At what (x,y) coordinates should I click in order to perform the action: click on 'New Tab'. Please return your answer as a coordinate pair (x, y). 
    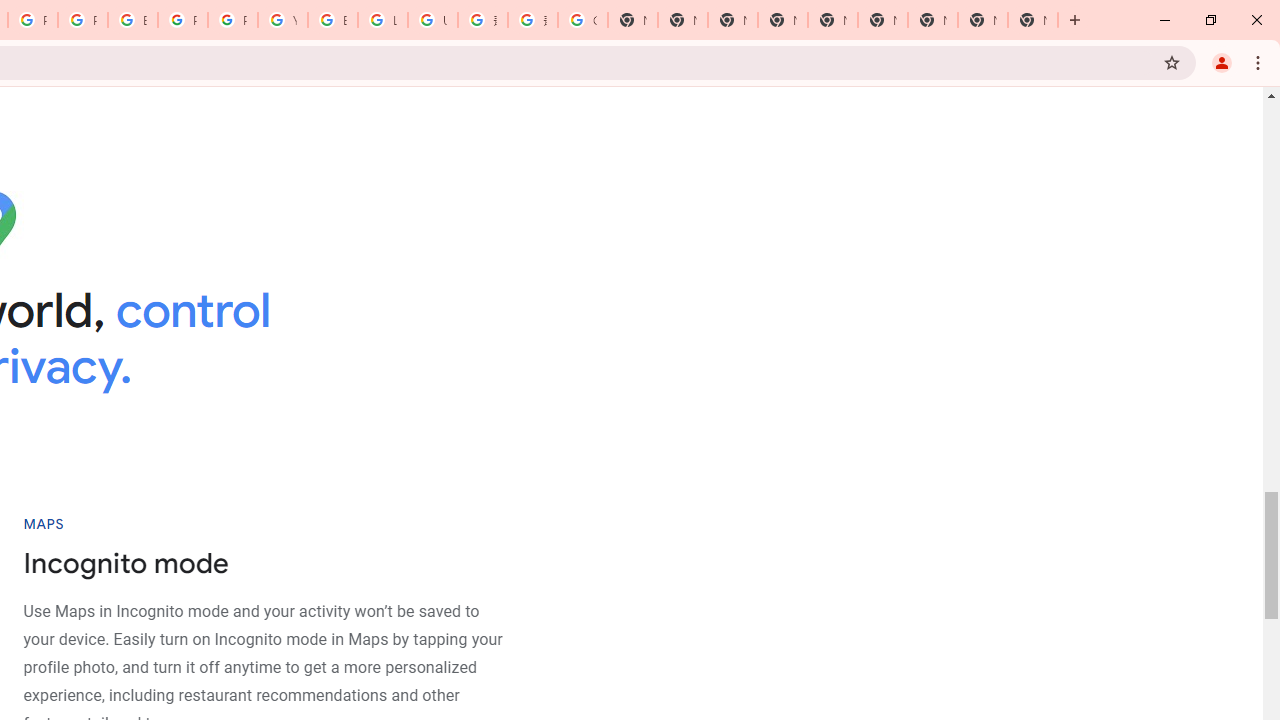
    Looking at the image, I should click on (1032, 20).